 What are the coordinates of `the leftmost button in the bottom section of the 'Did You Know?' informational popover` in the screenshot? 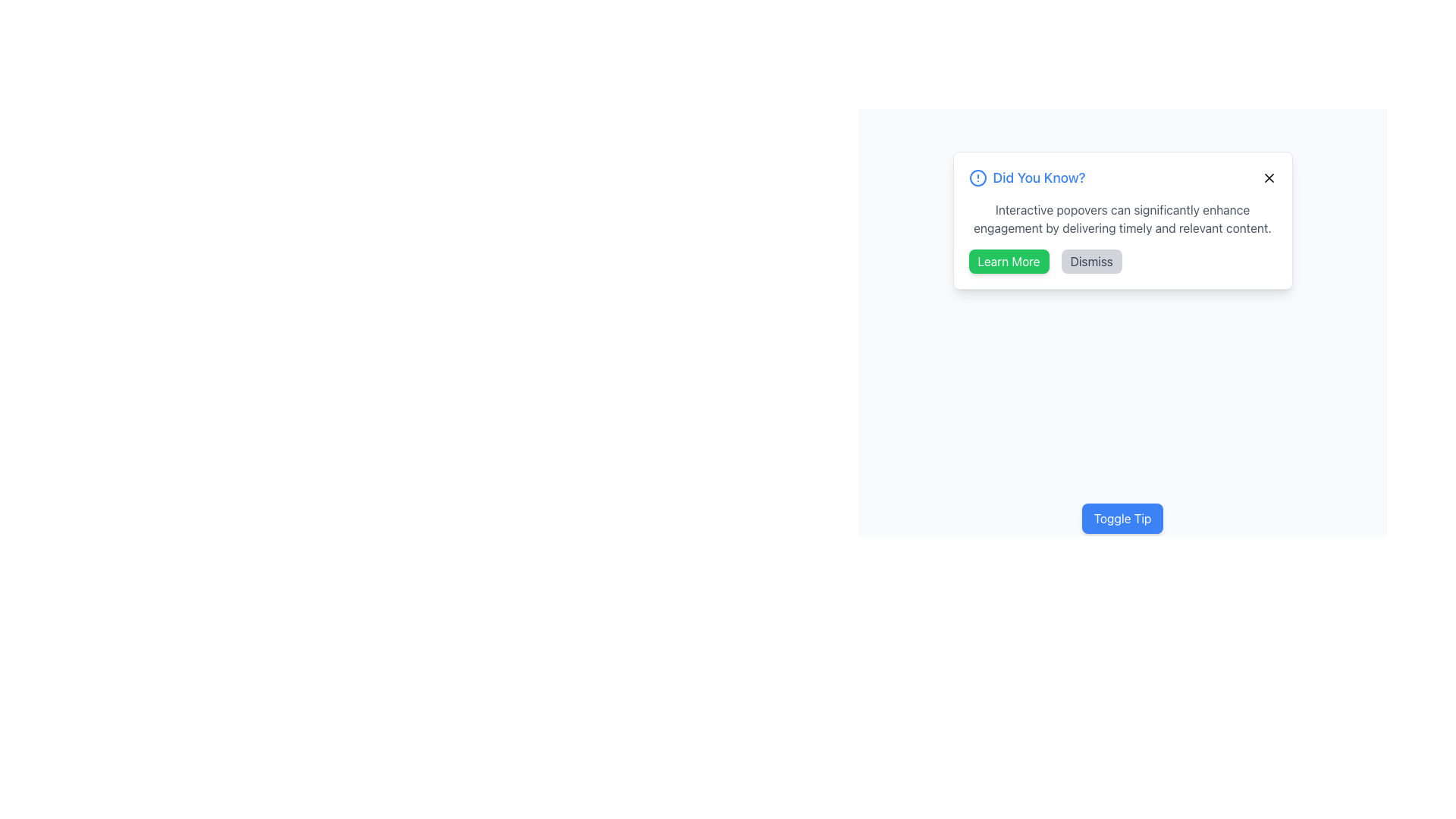 It's located at (1009, 260).